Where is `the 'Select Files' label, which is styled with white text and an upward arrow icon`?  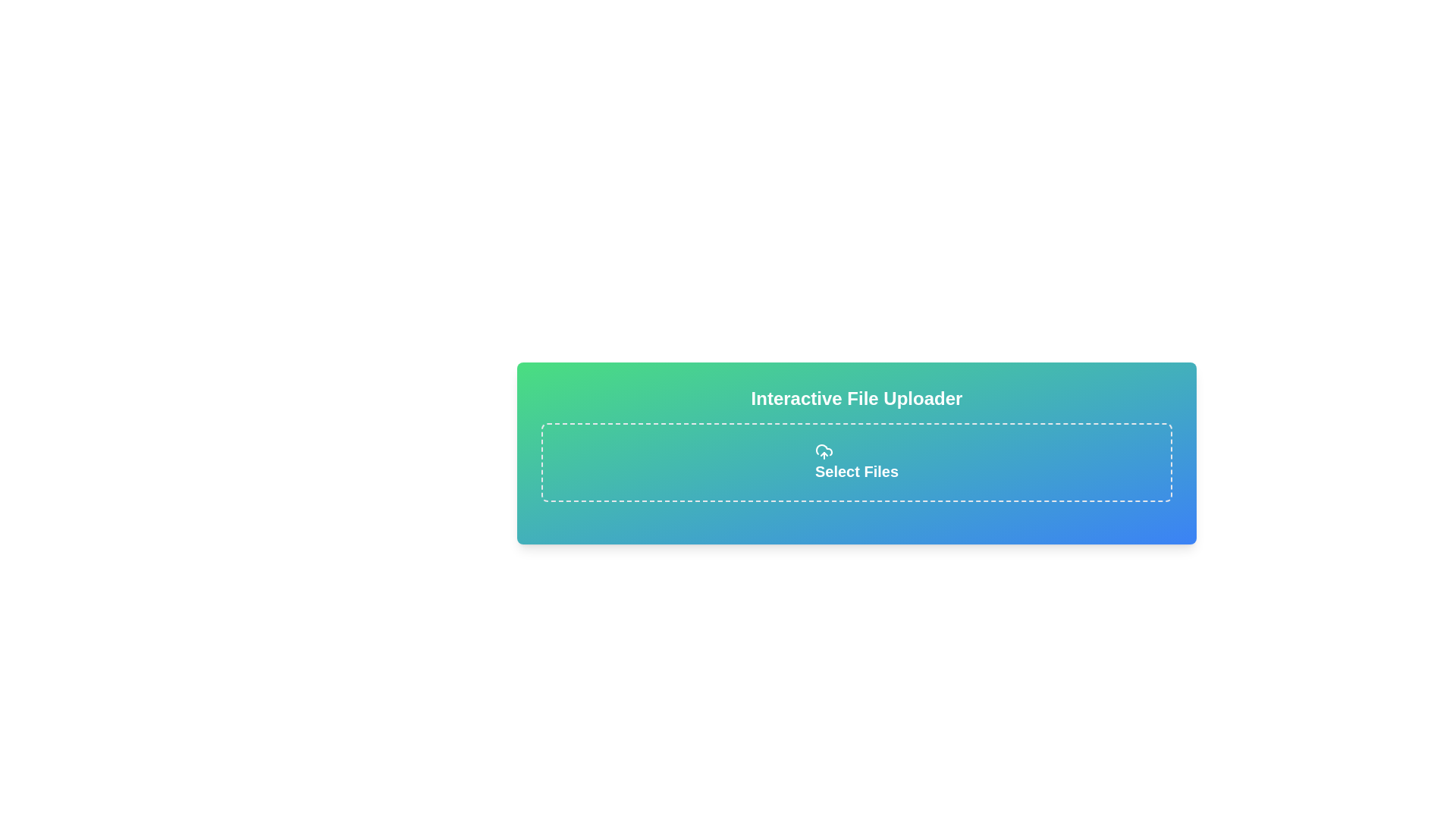 the 'Select Files' label, which is styled with white text and an upward arrow icon is located at coordinates (856, 461).